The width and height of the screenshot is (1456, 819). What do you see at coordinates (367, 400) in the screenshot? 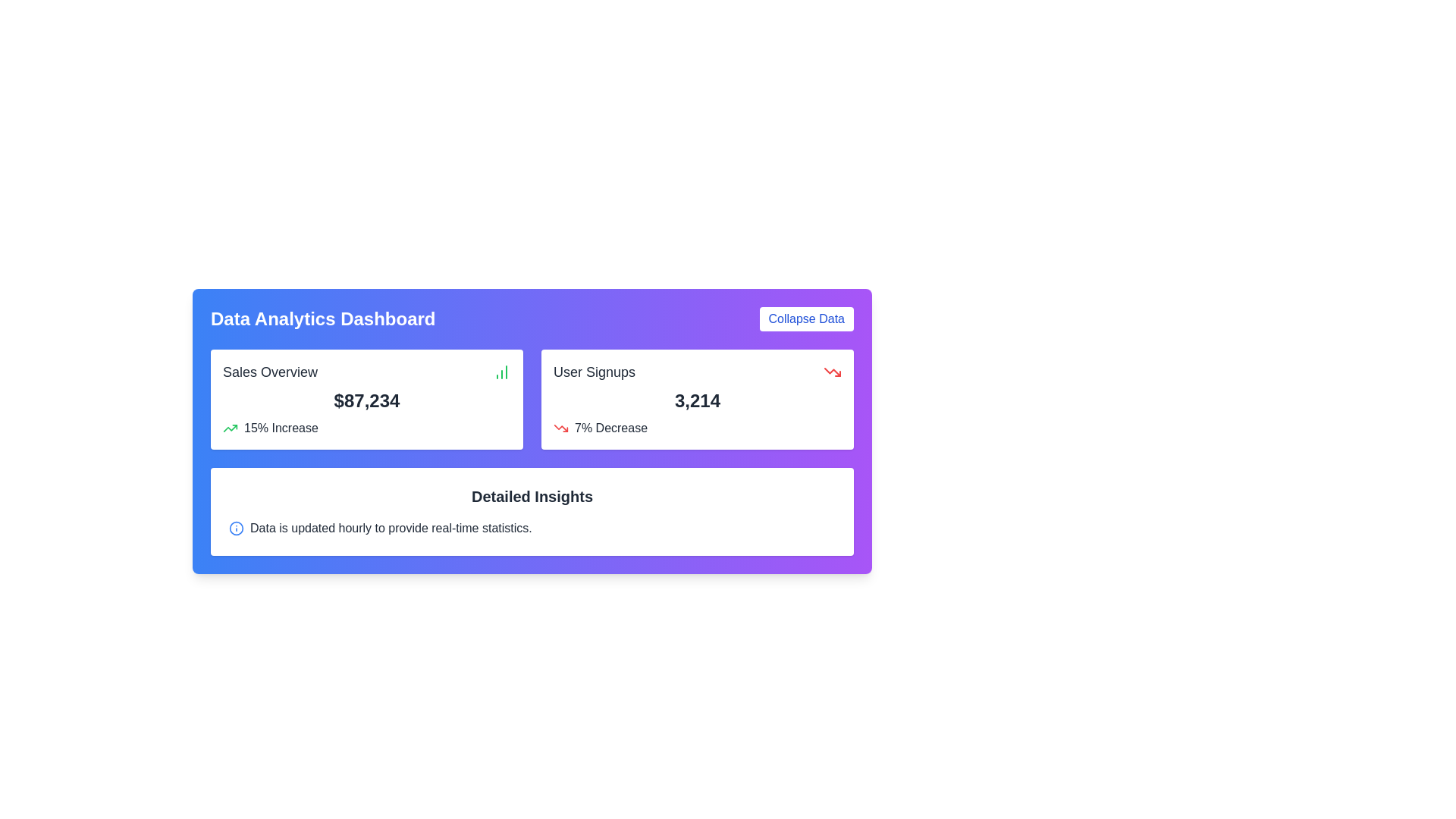
I see `the static Text Display element that shows the summarized sales figure, located centrally in the 'Sales Overview' card` at bounding box center [367, 400].